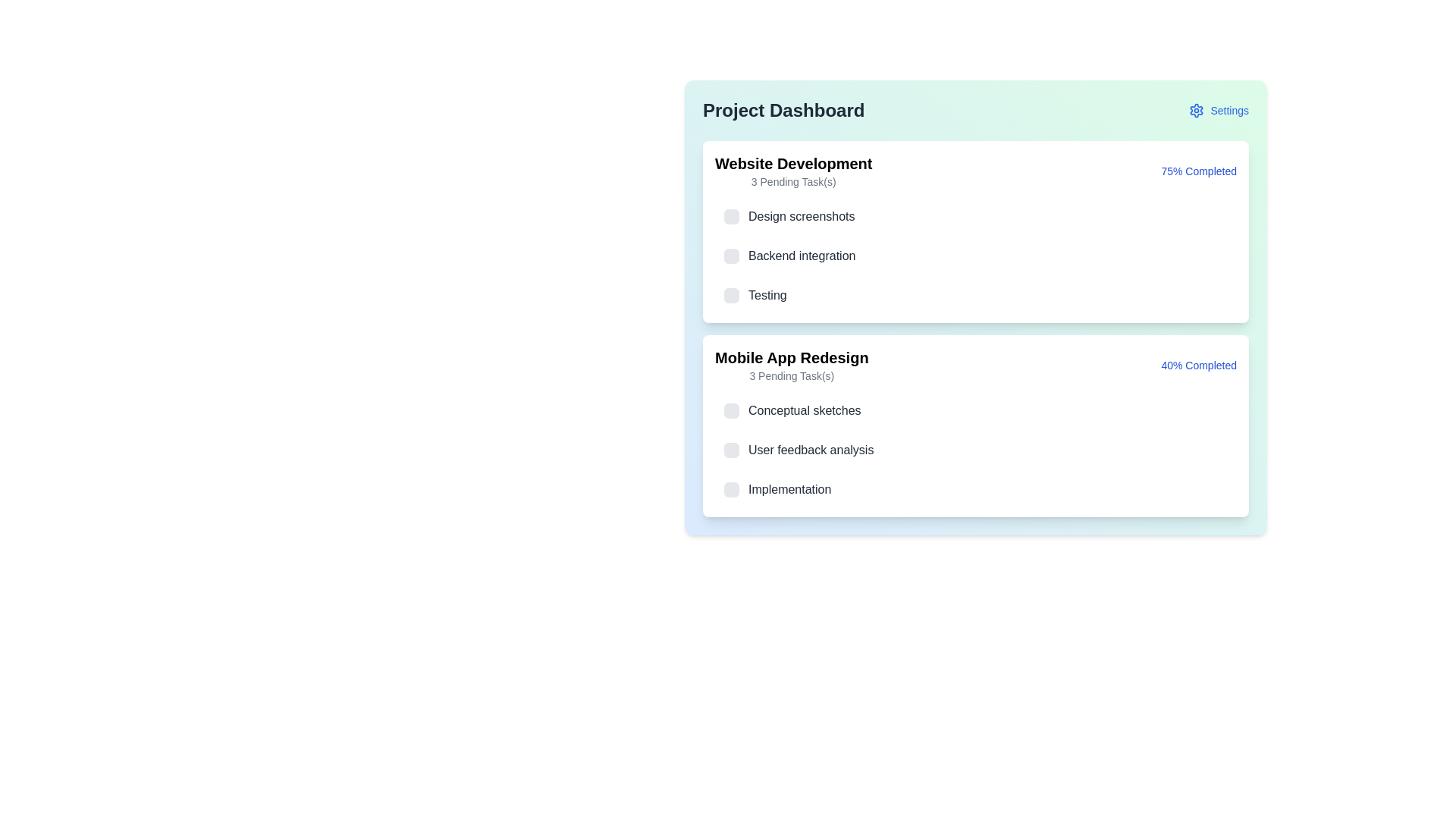 The width and height of the screenshot is (1456, 819). I want to click on the settings gear icon located in the top-right corner of the dashboard interface, positioned to the left of the 'Settings' label, so click(1196, 110).